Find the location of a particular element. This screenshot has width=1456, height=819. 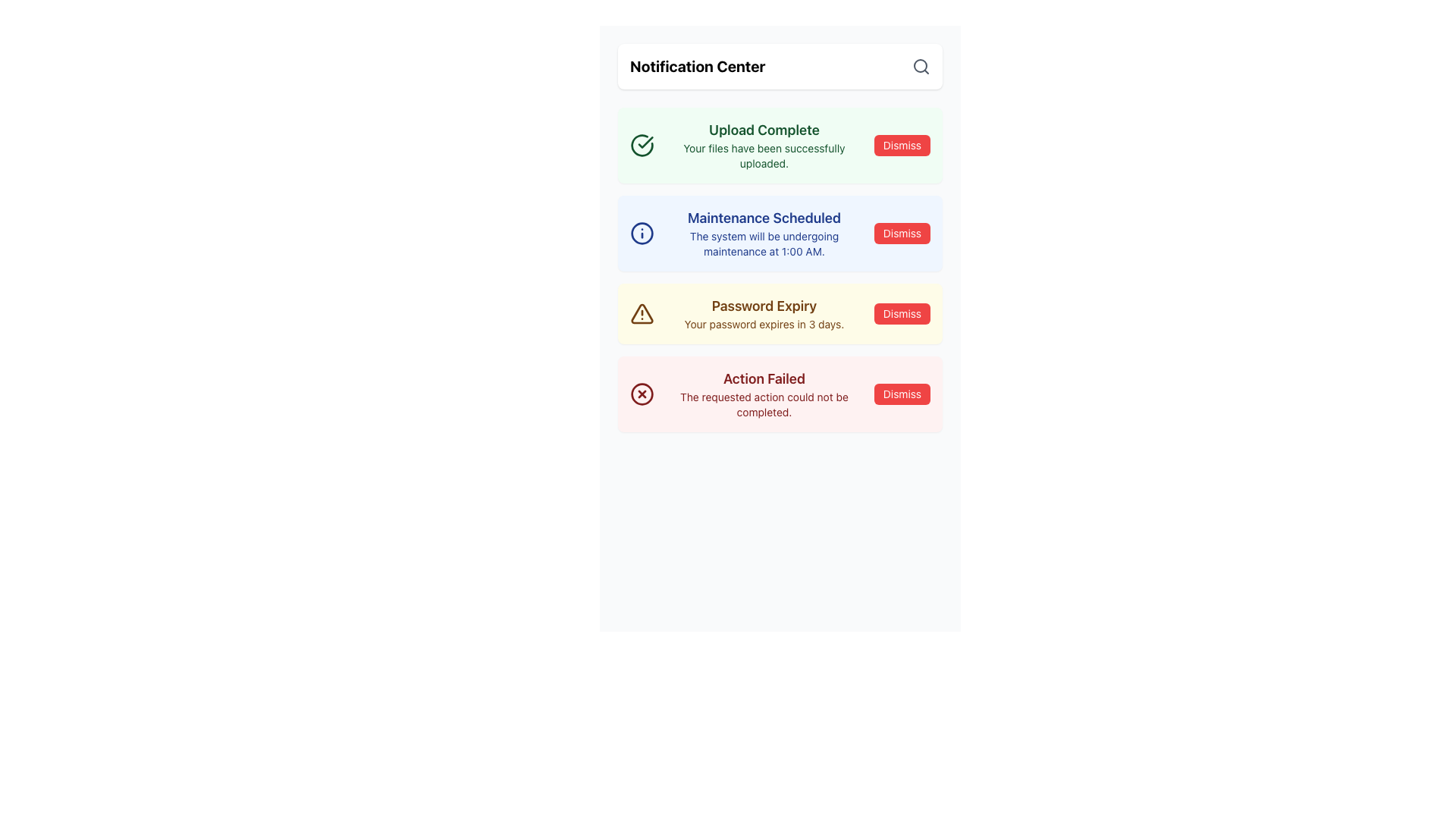

text displayed in the title of the notification card located in the third position of the list under the 'Notification Center', which has a yellow background is located at coordinates (764, 306).